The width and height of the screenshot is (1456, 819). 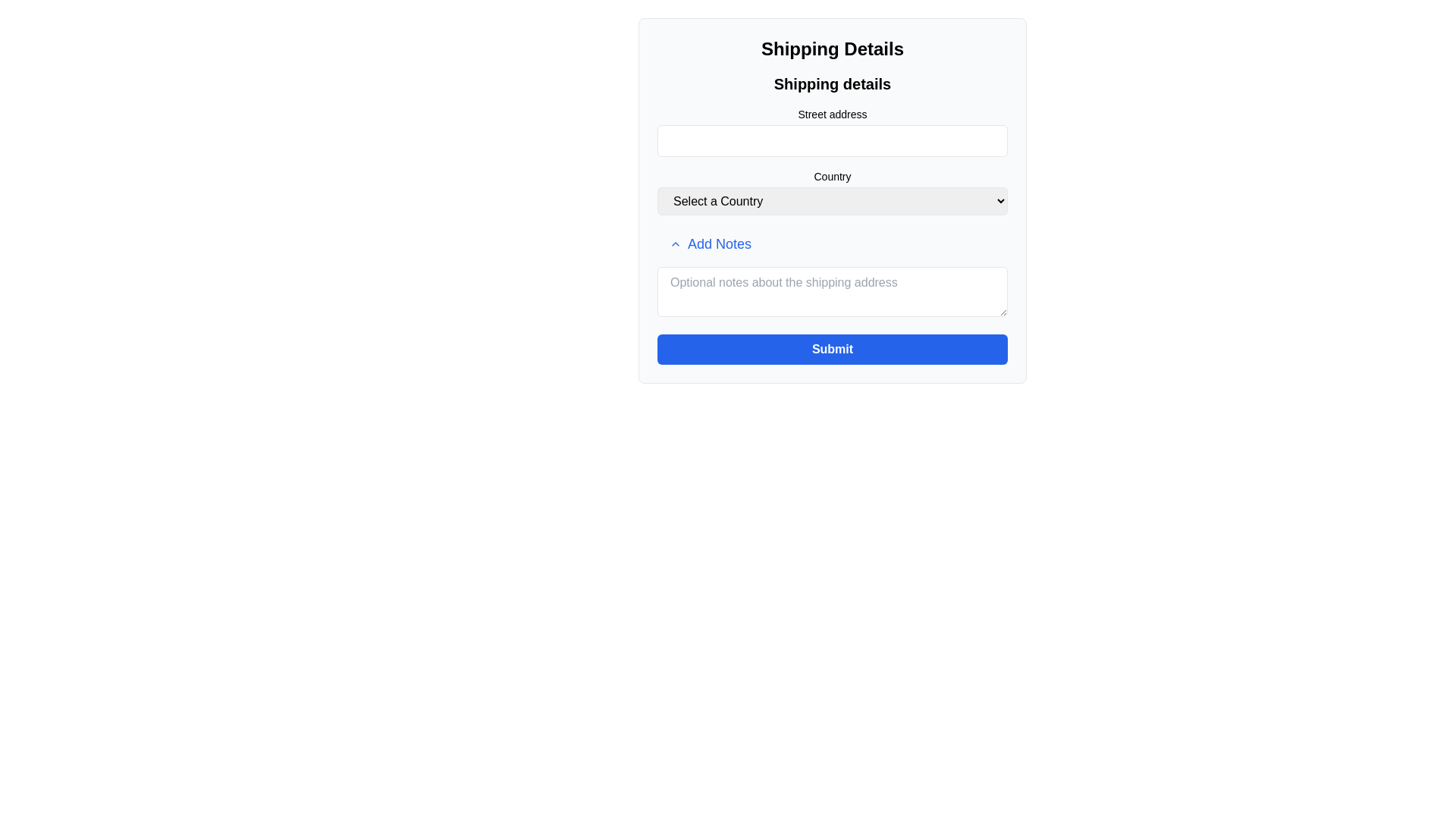 I want to click on an option from the dropdown menu labeled 'Select a Country', which is located just below the 'Country' label in the form layout, so click(x=832, y=200).